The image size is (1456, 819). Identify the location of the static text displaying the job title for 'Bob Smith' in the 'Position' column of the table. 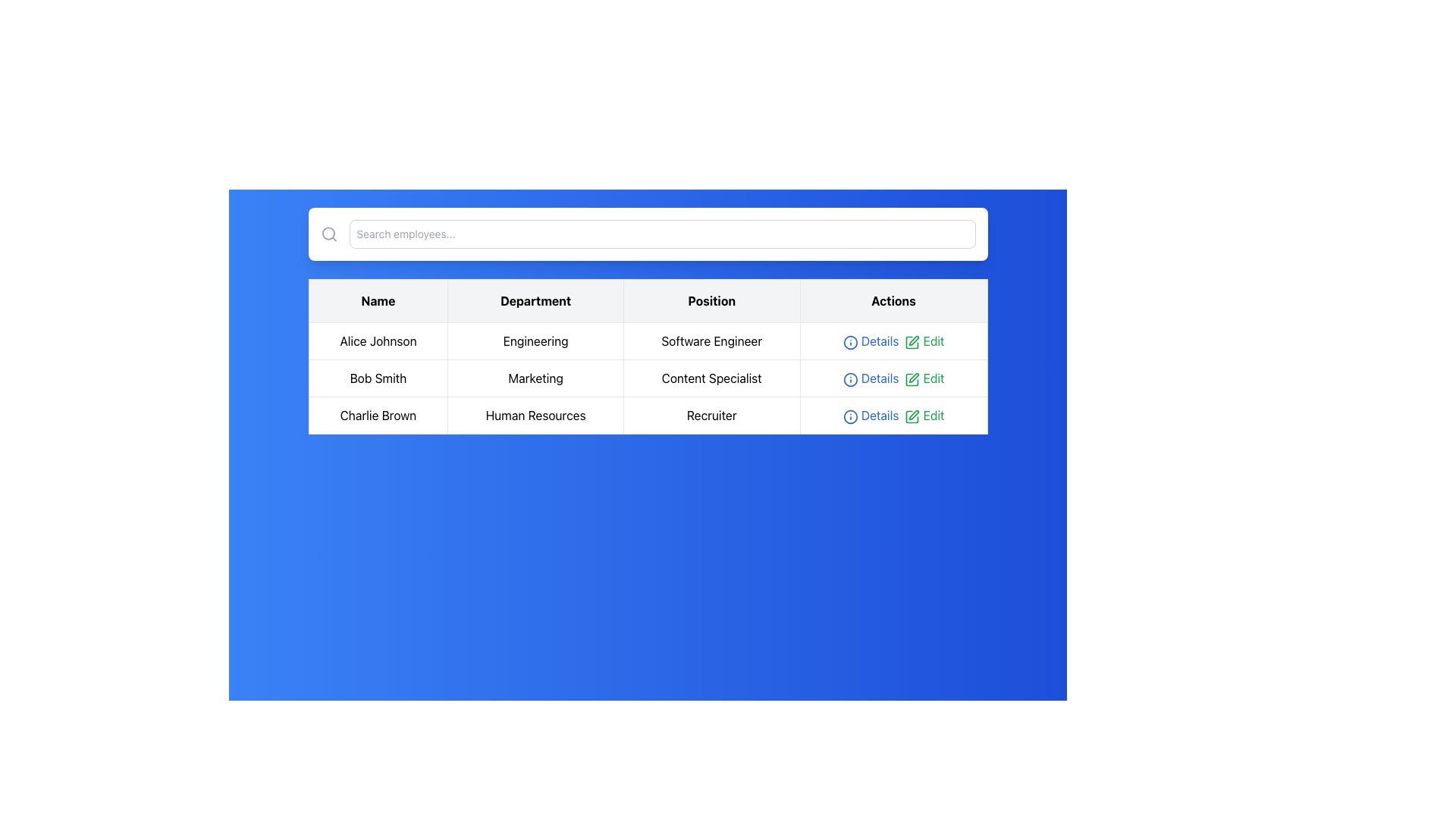
(711, 377).